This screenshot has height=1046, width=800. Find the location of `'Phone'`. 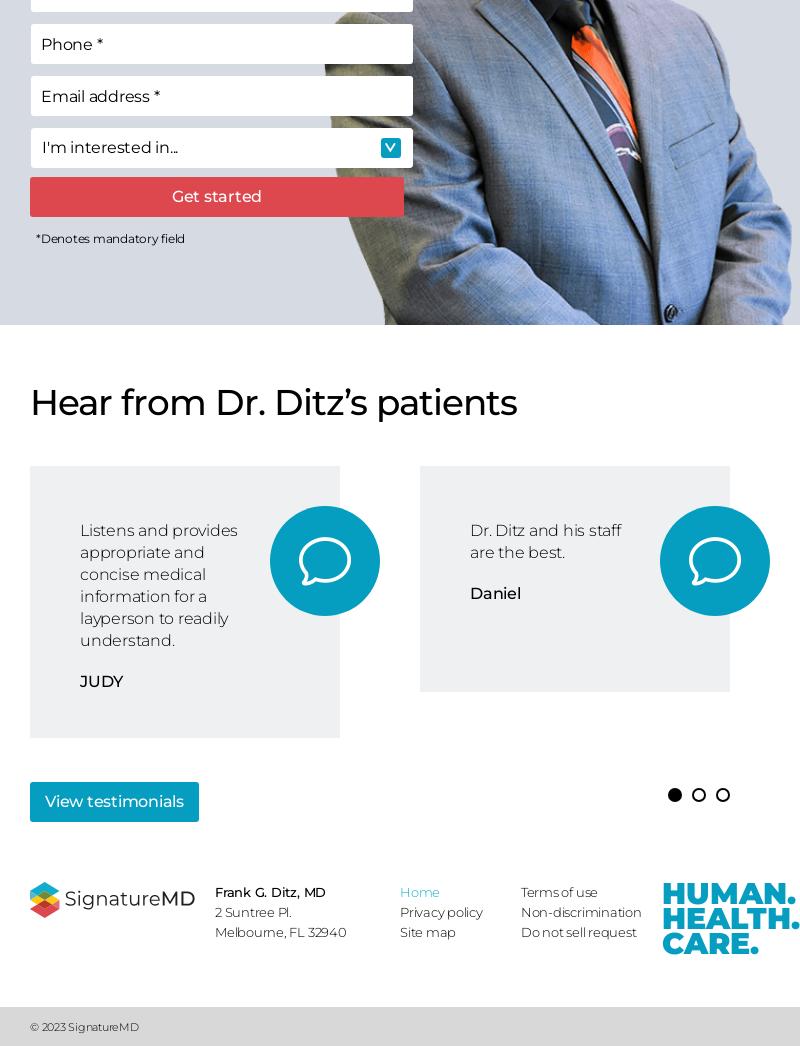

'Phone' is located at coordinates (65, 42).